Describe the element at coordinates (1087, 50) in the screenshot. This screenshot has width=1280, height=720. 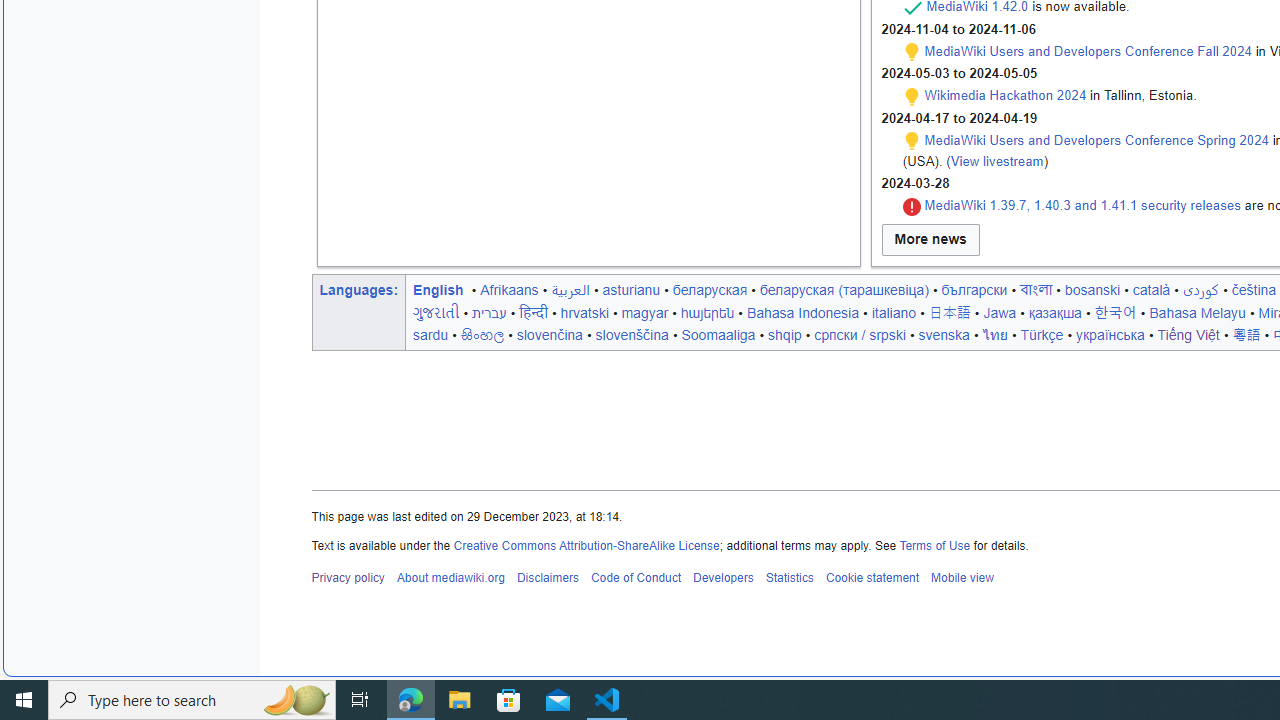
I see `'MediaWiki Users and Developers Conference Fall 2024'` at that location.